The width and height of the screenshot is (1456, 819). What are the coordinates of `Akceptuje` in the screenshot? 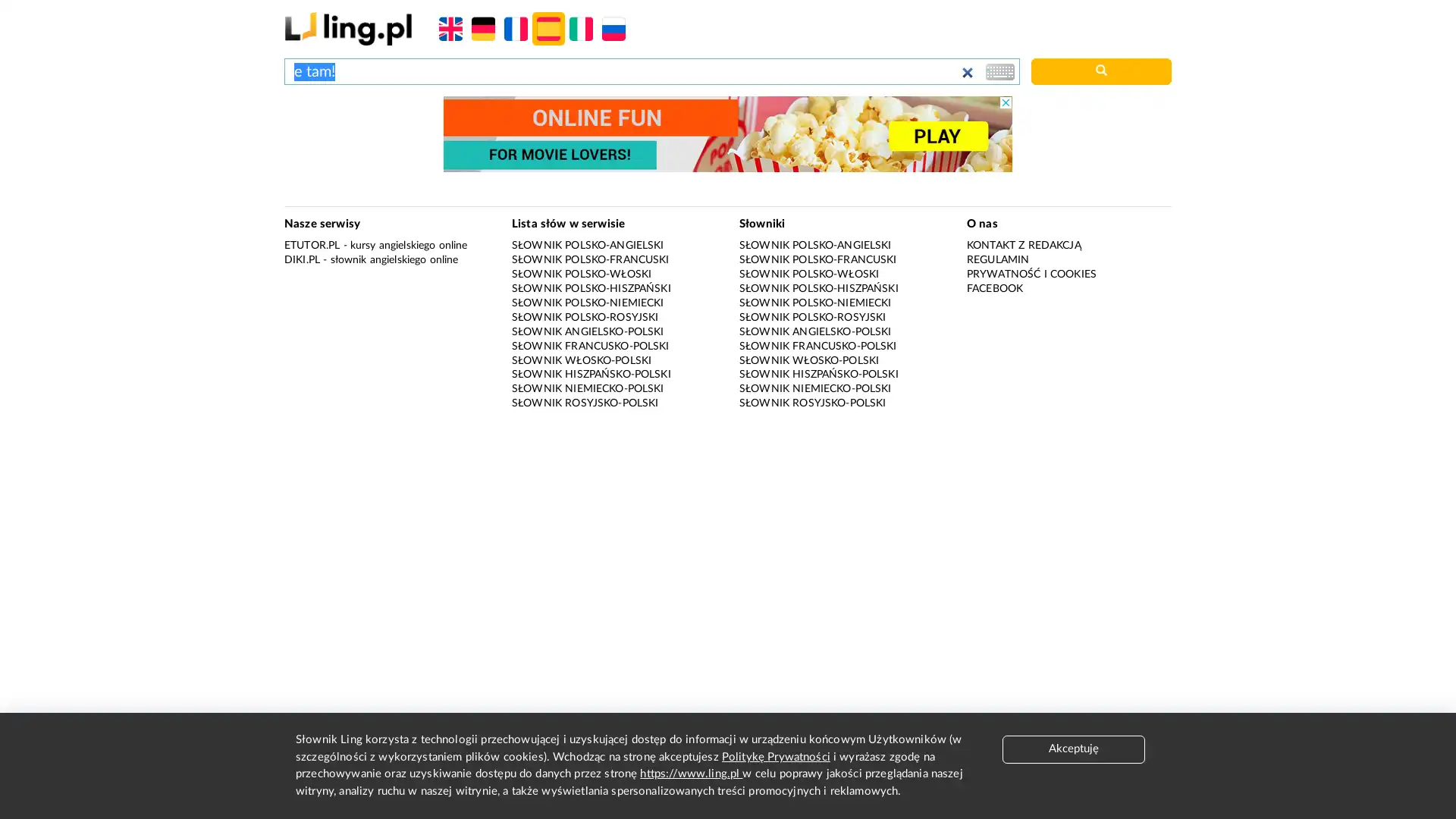 It's located at (1073, 748).